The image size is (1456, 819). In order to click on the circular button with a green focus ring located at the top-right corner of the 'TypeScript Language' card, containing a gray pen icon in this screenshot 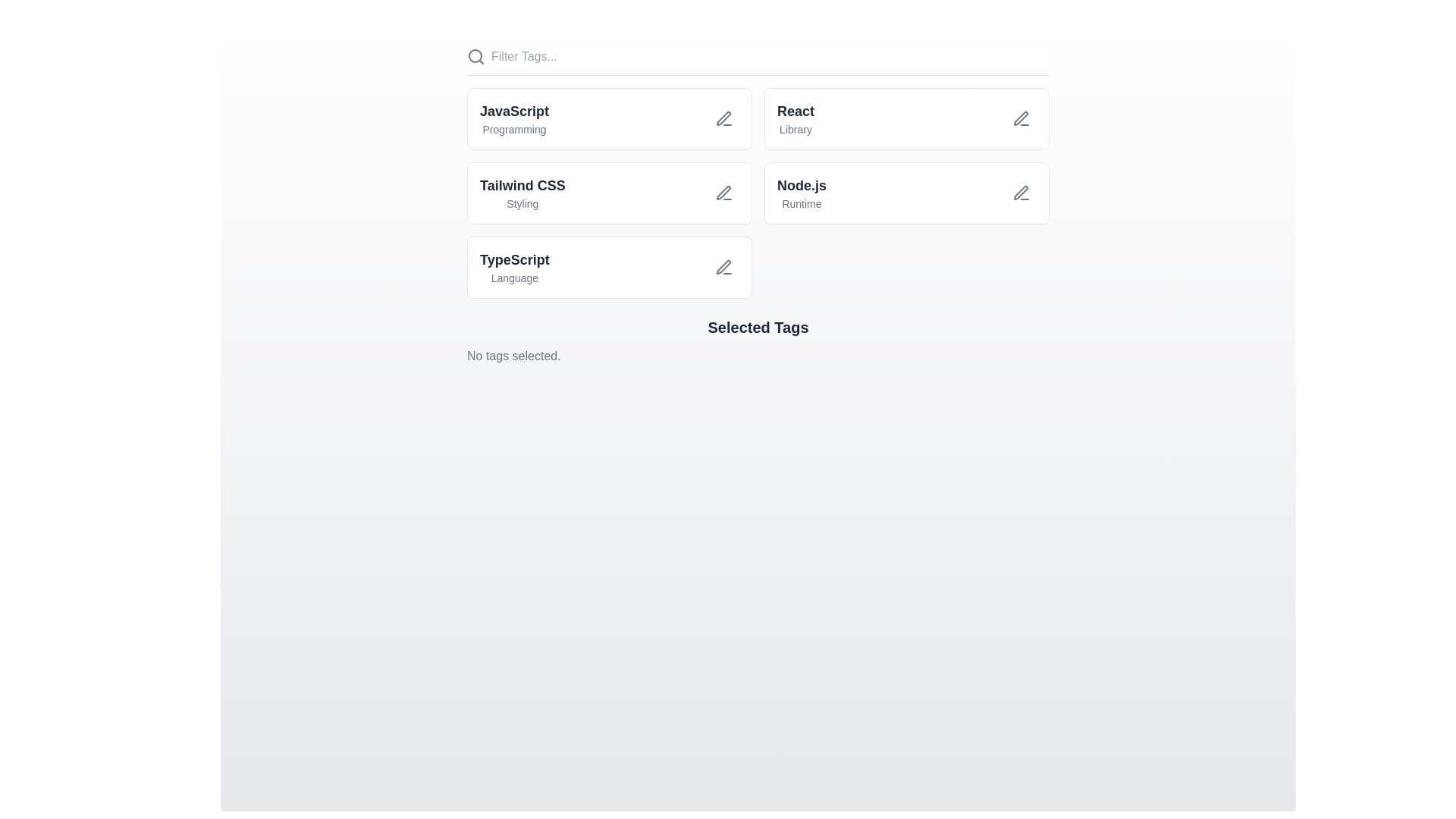, I will do `click(723, 267)`.